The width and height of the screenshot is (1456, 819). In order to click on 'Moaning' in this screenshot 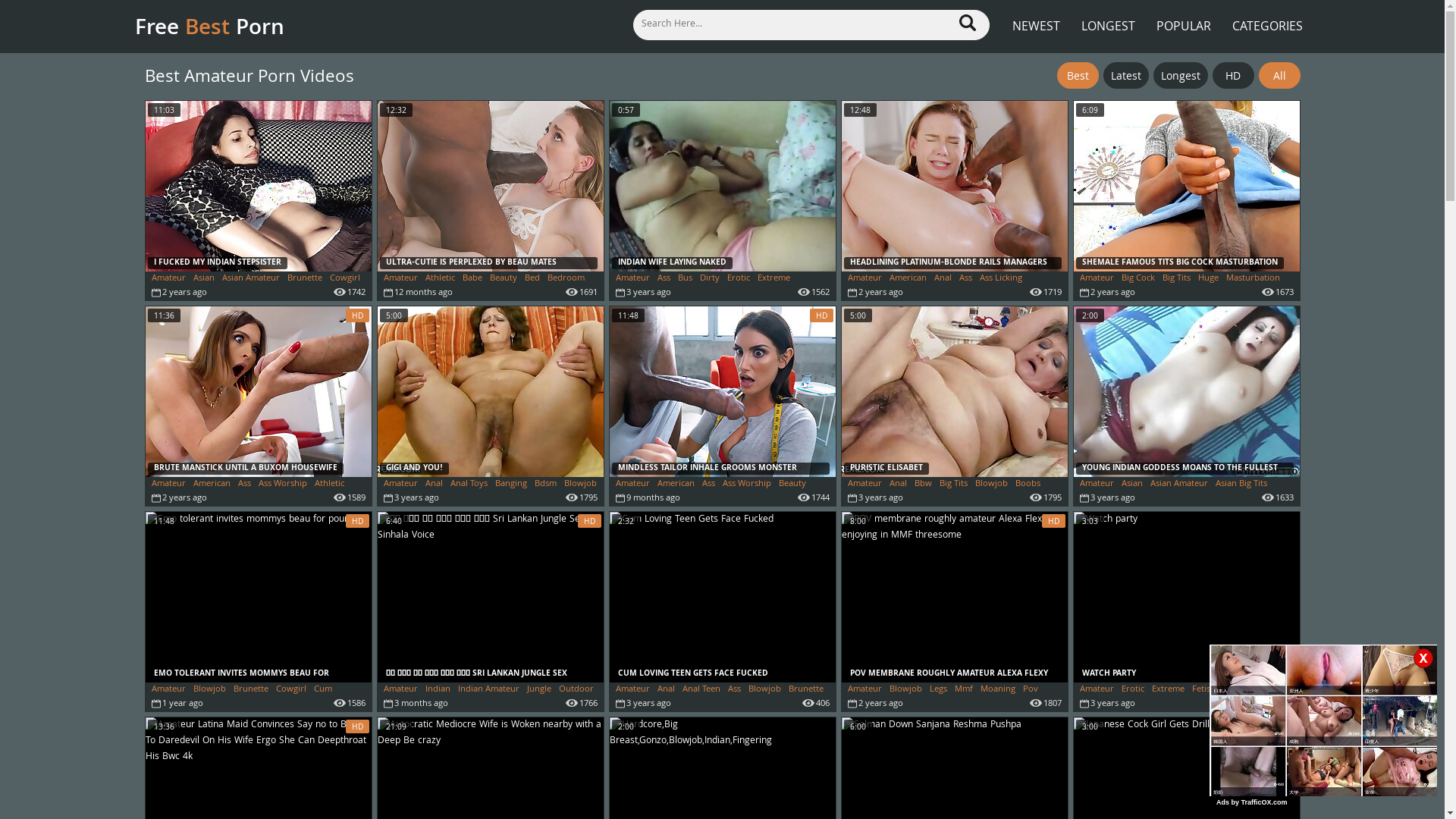, I will do `click(997, 689)`.